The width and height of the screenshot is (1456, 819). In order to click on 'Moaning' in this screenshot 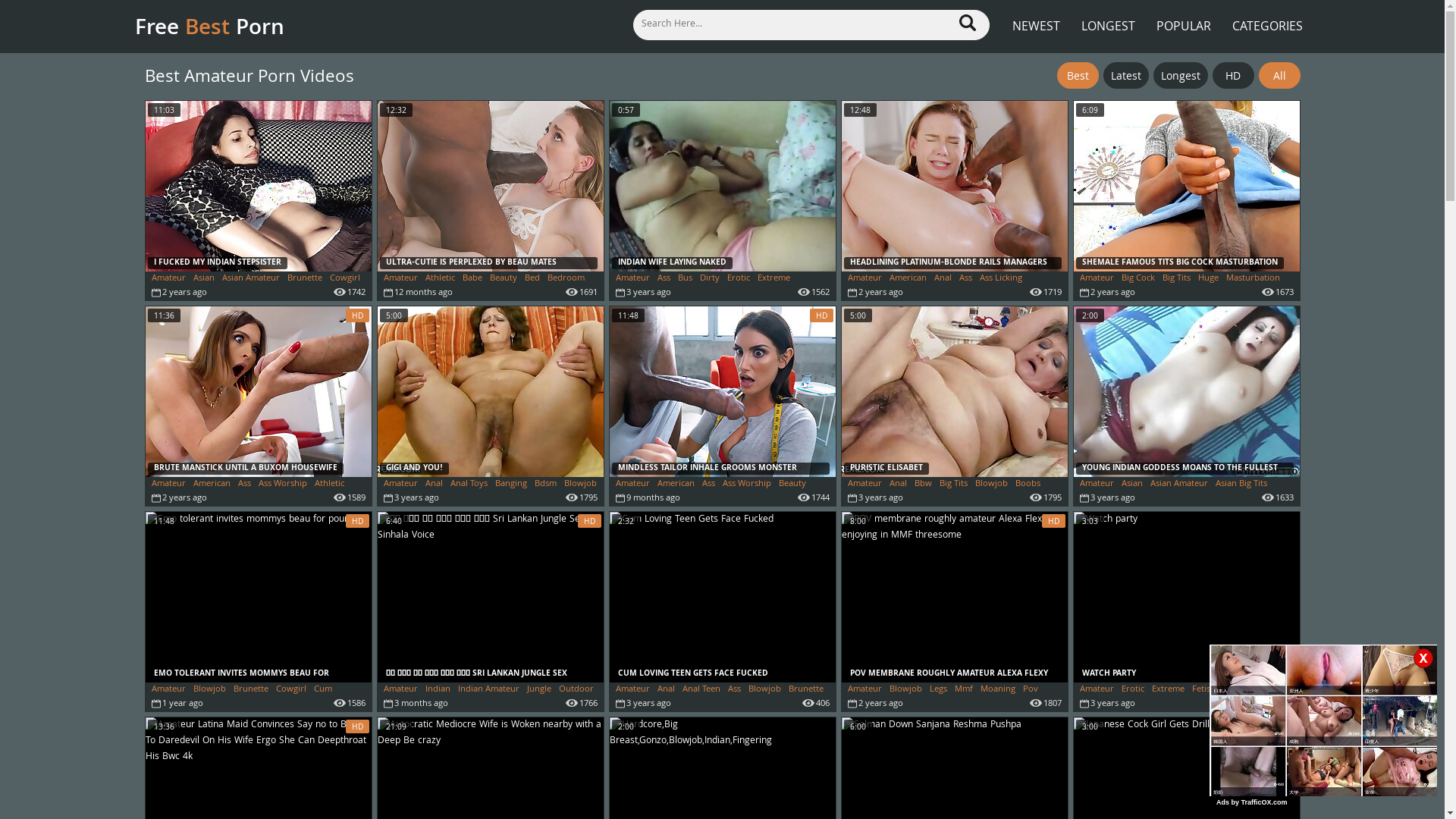, I will do `click(997, 689)`.